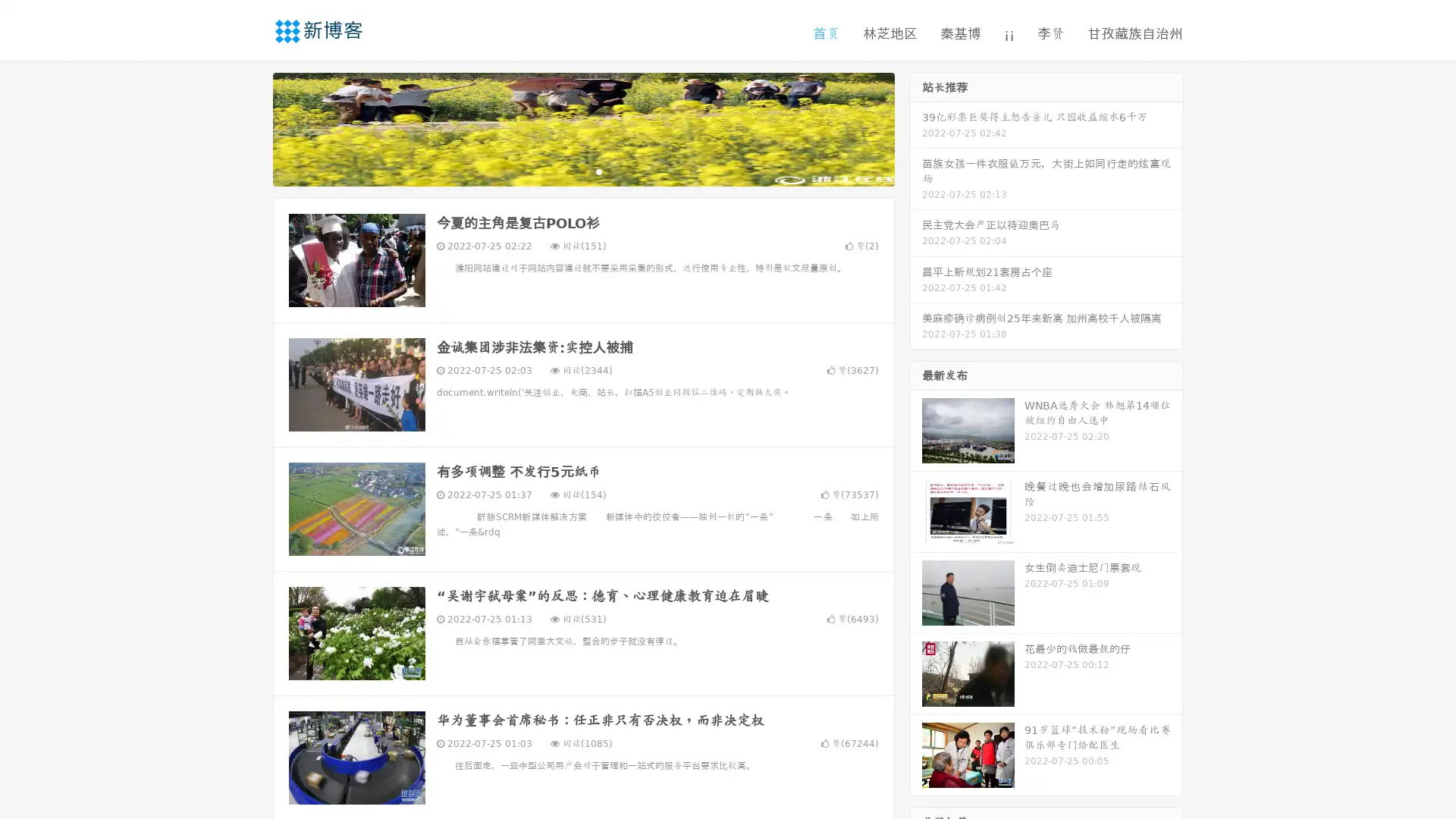  Describe the element at coordinates (250, 127) in the screenshot. I see `Previous slide` at that location.